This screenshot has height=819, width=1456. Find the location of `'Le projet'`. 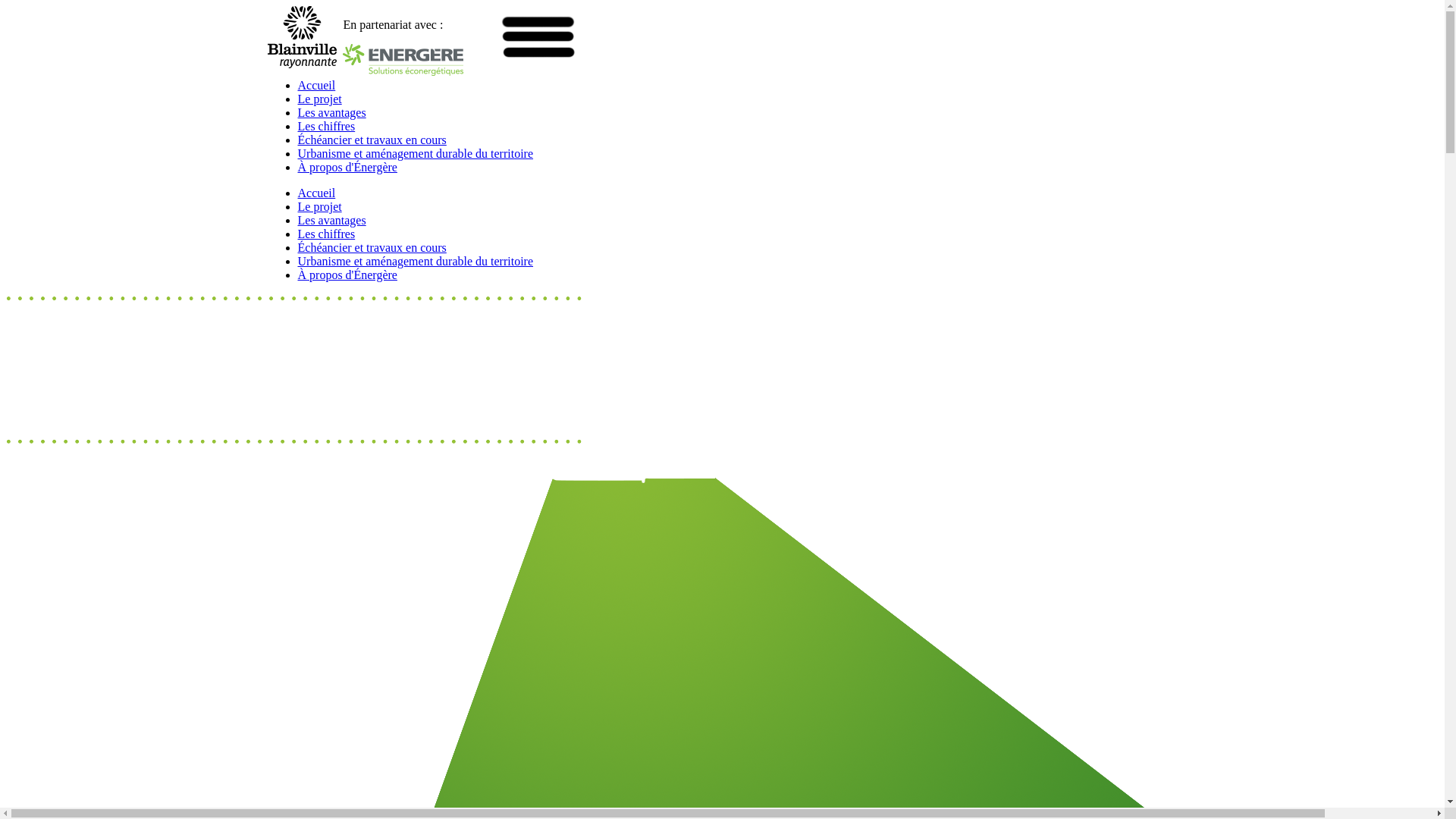

'Le projet' is located at coordinates (297, 206).